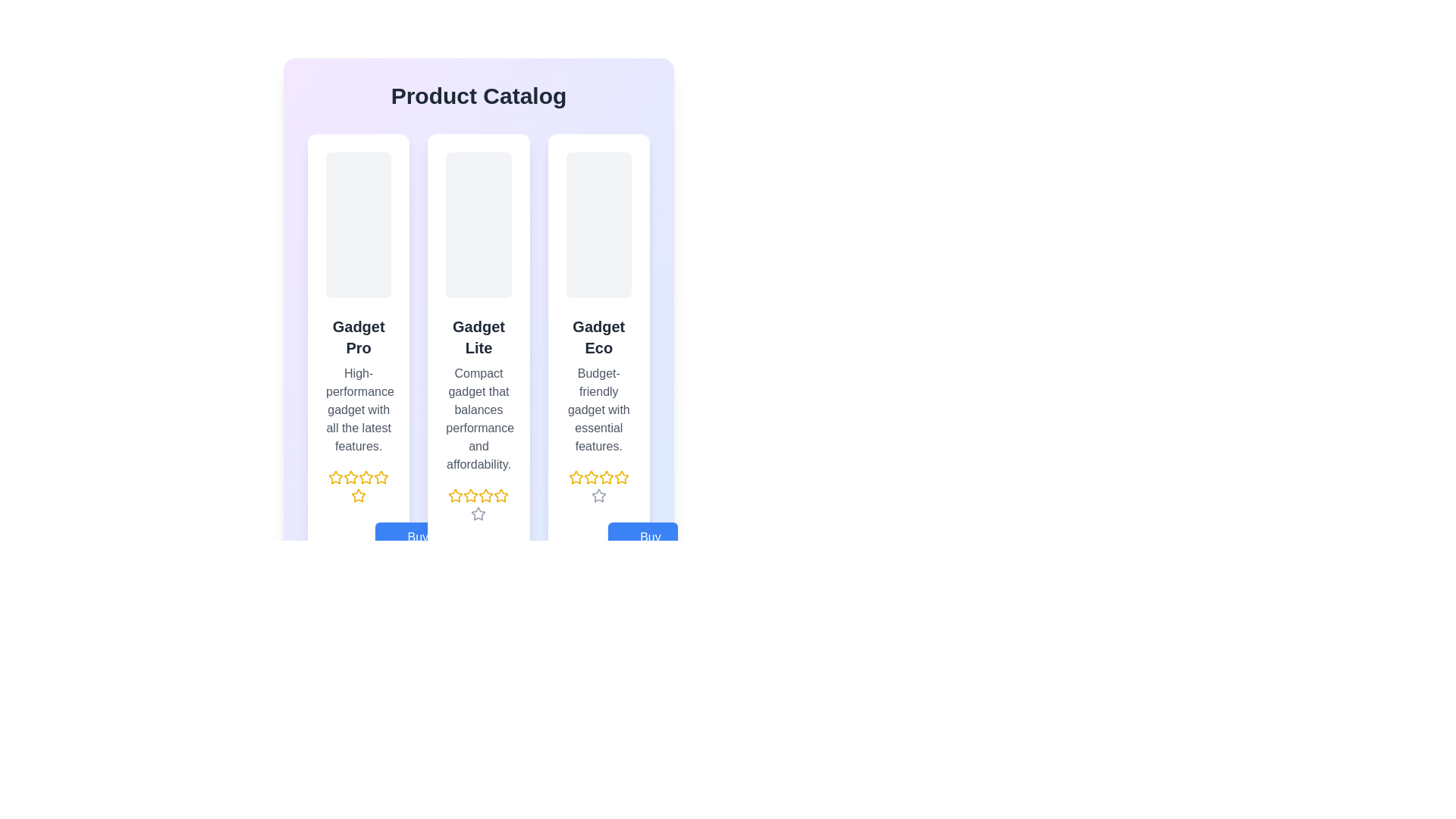 The image size is (1456, 819). Describe the element at coordinates (650, 547) in the screenshot. I see `text 'Buy Now' from the button which is styled in a clean sans-serif font on a blue rectangular background, indicating its function as an interactive button` at that location.